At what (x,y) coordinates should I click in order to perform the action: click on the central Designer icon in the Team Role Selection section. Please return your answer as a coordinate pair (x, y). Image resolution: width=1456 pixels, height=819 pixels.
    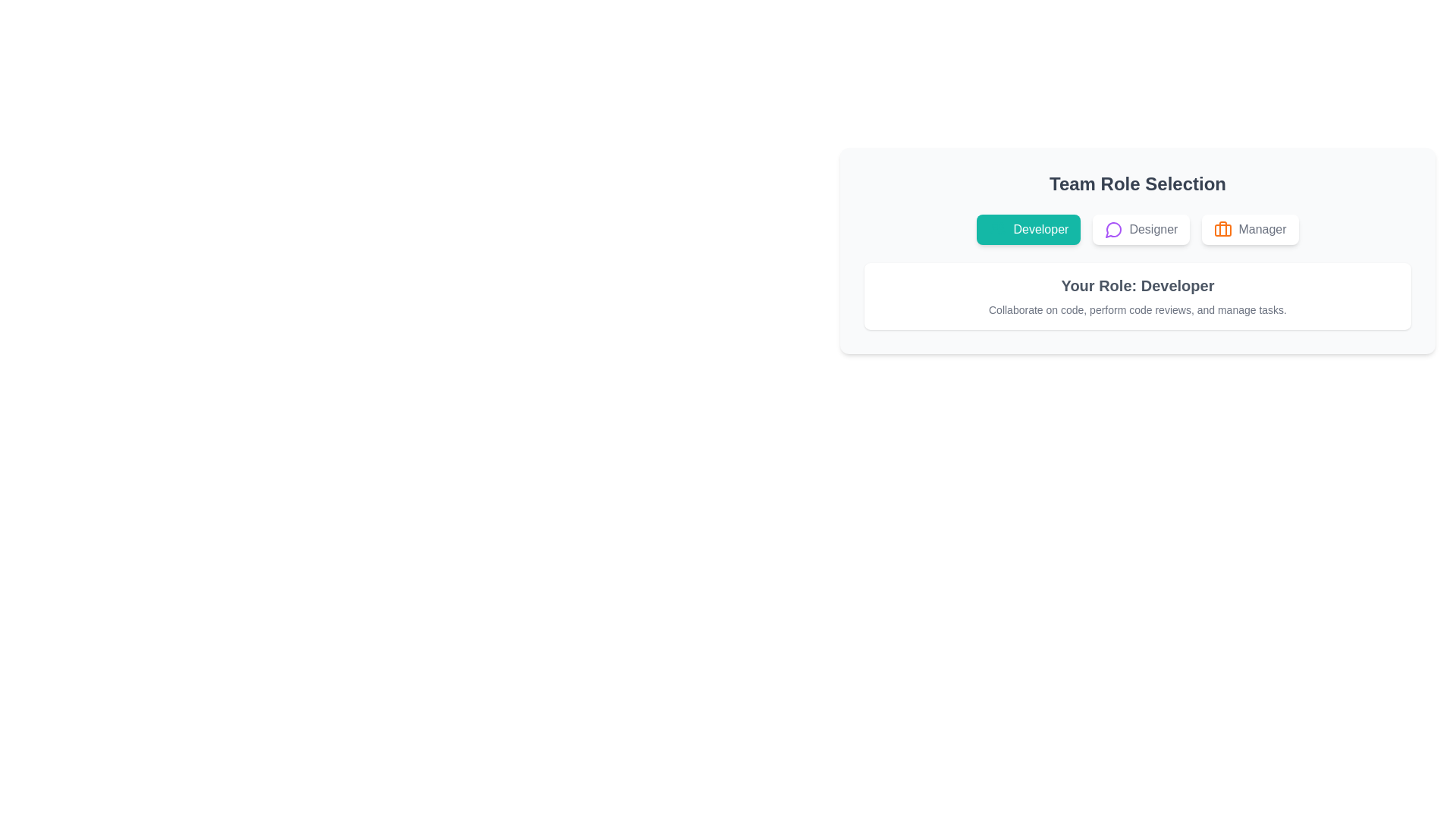
    Looking at the image, I should click on (1113, 230).